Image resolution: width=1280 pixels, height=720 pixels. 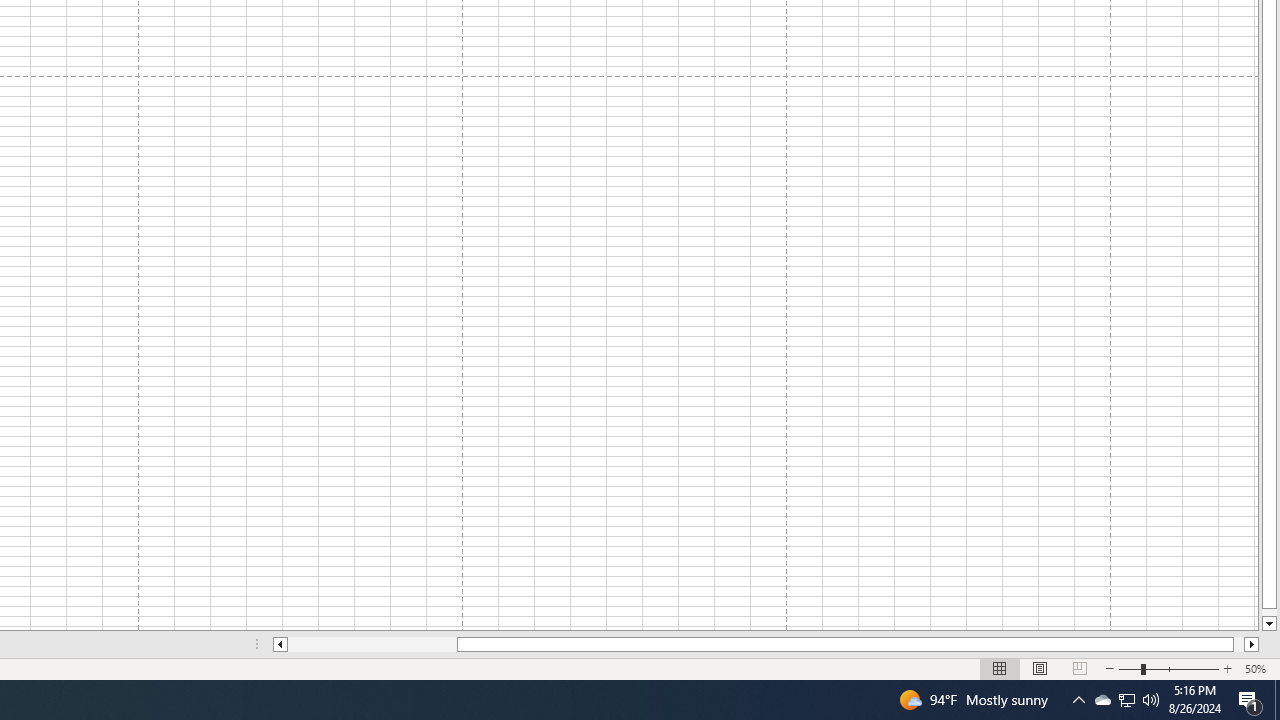 What do you see at coordinates (278, 644) in the screenshot?
I see `'Column left'` at bounding box center [278, 644].